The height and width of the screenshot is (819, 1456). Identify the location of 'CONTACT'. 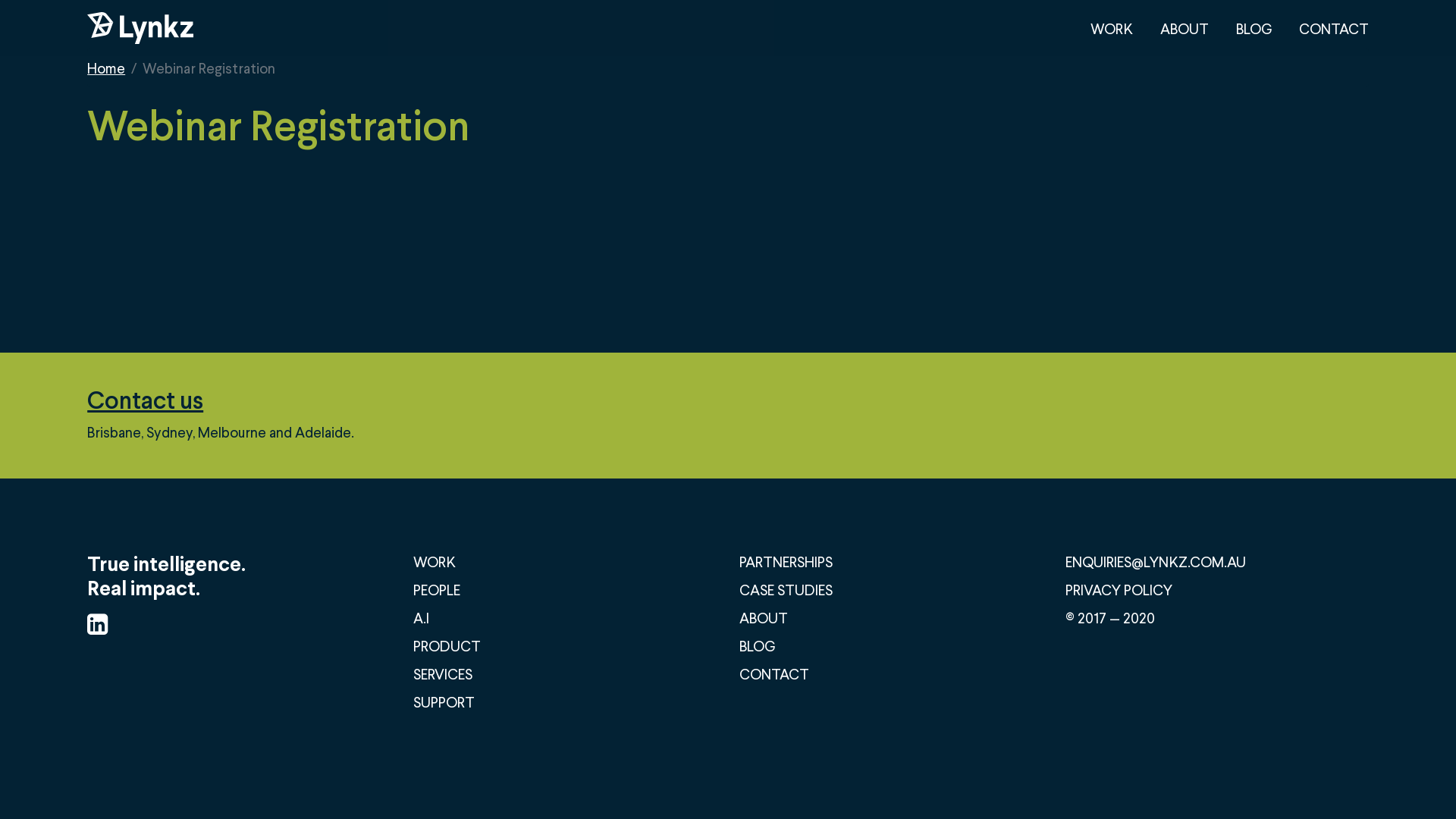
(1332, 28).